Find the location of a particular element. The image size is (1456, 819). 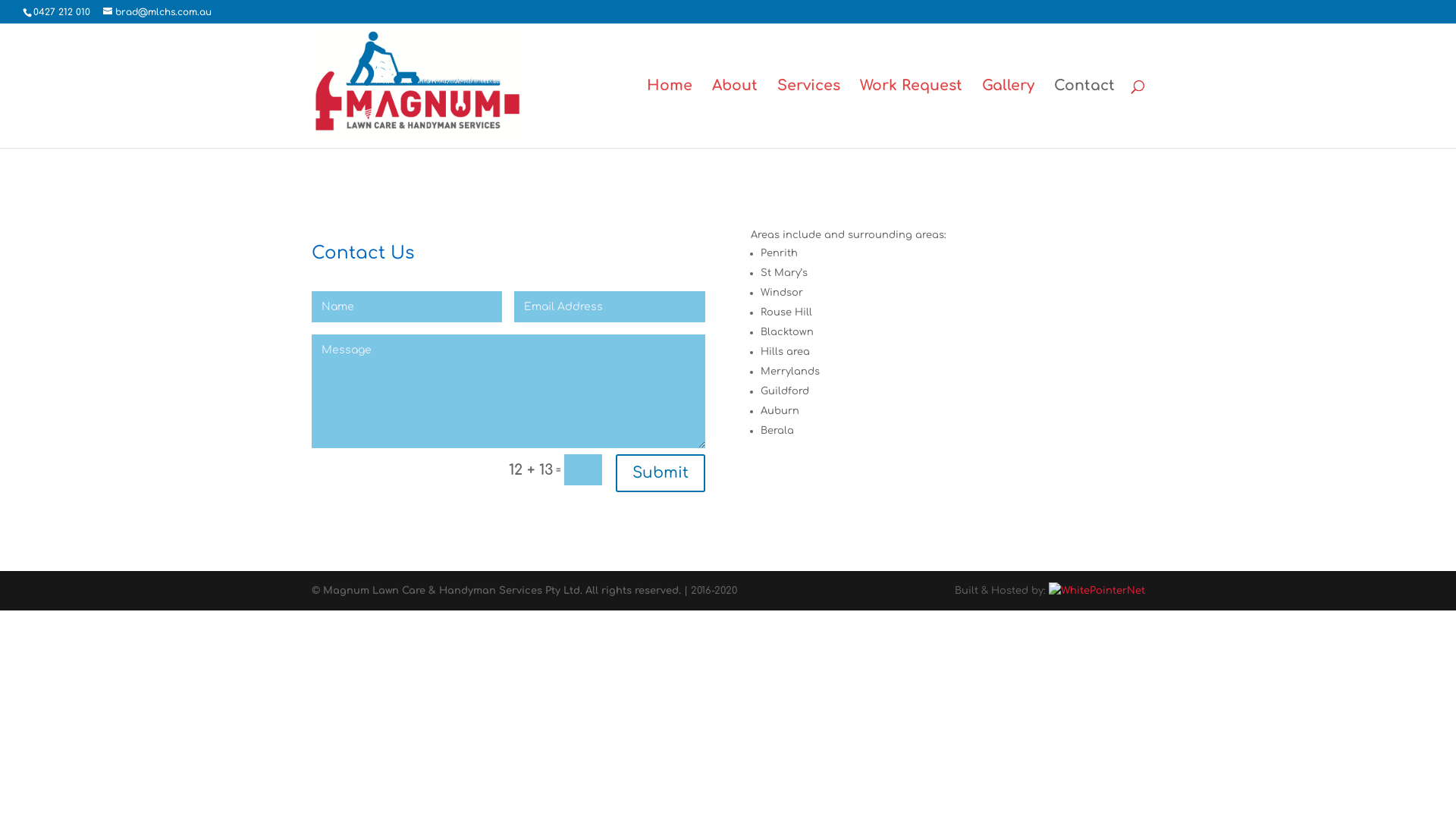

'Contact' is located at coordinates (1053, 113).